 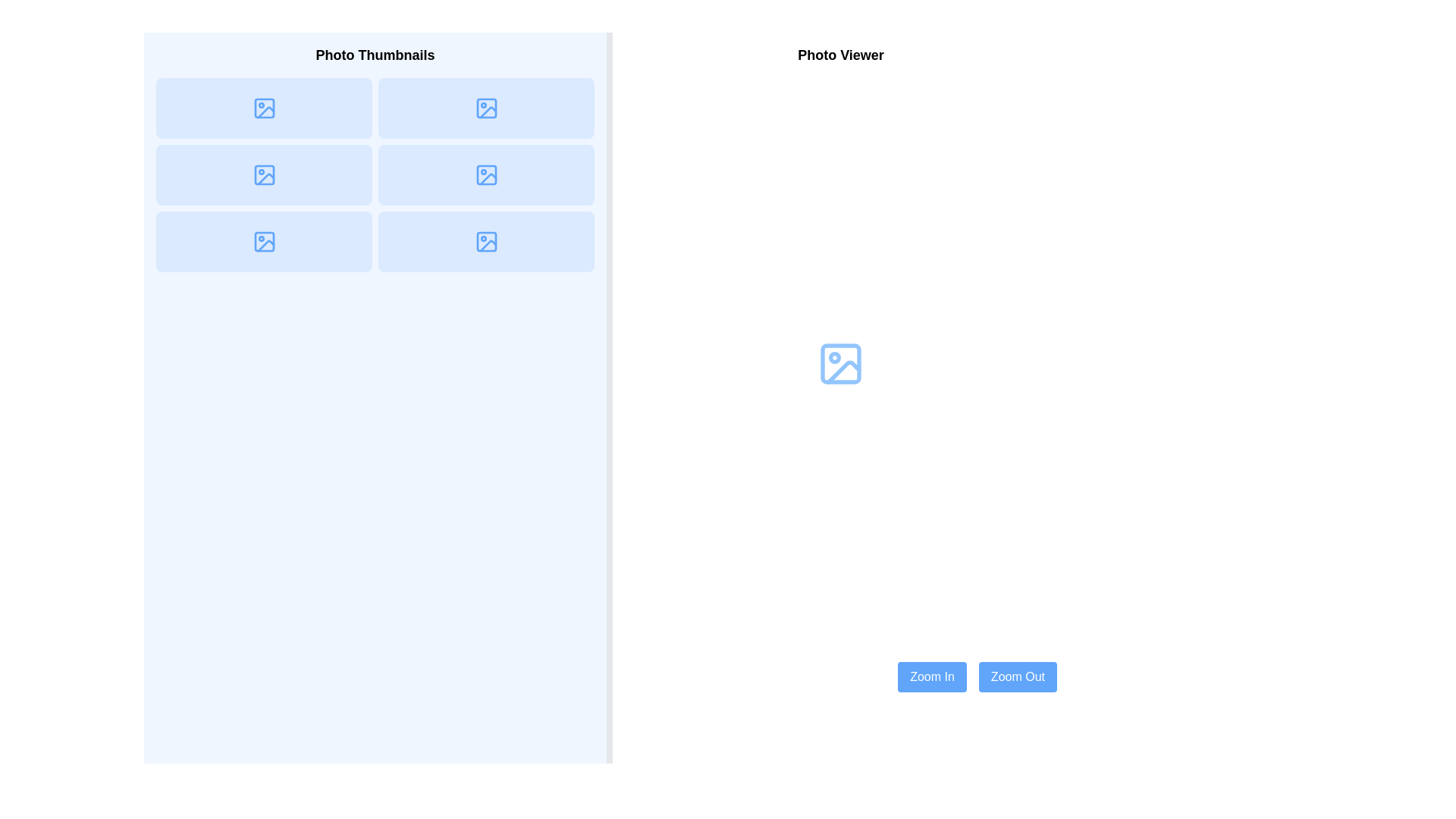 What do you see at coordinates (264, 241) in the screenshot?
I see `the blue image icon in the bottom row, first column of the 'Photo Thumbnails' grid` at bounding box center [264, 241].